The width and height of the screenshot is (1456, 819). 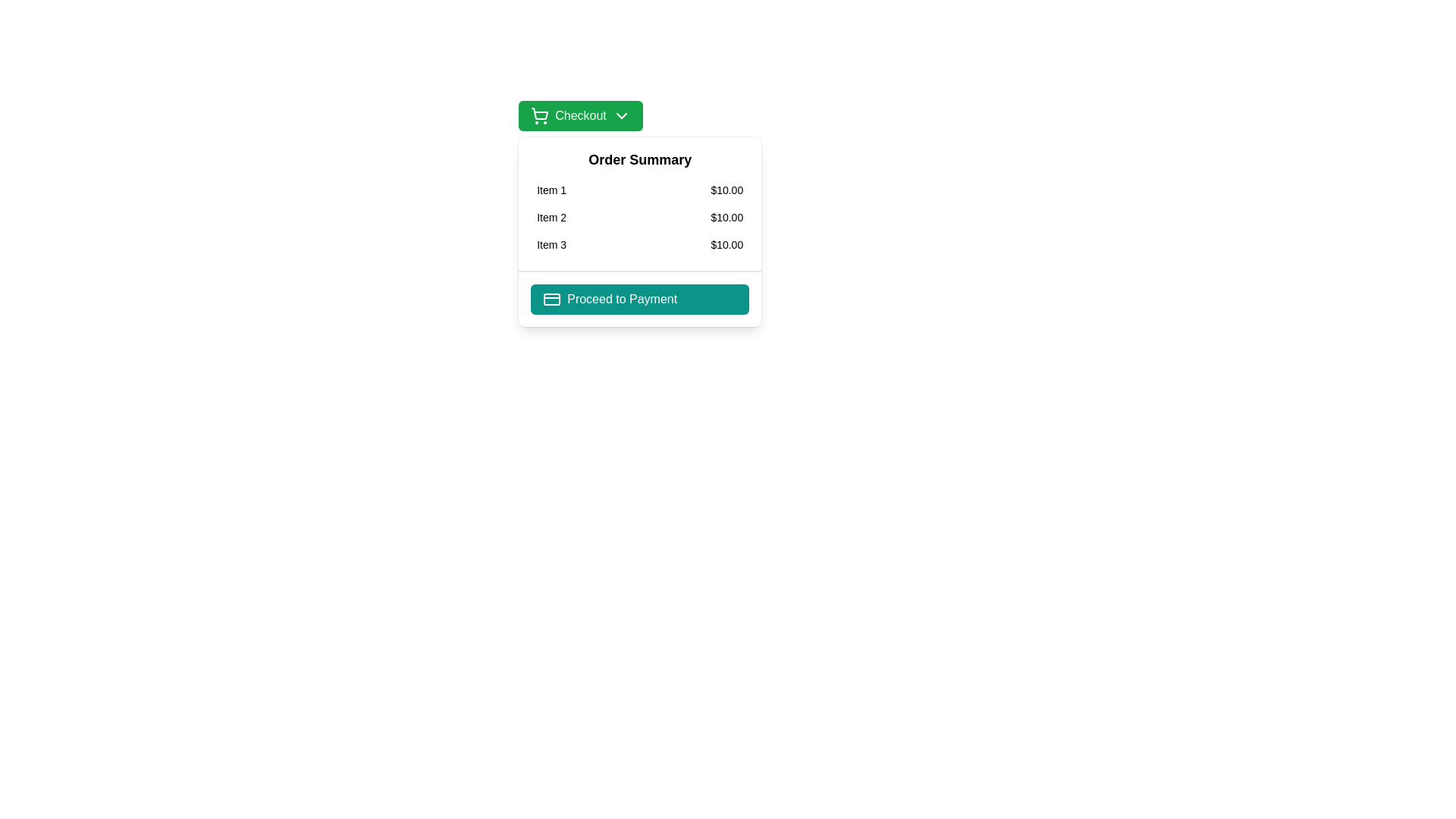 What do you see at coordinates (551, 217) in the screenshot?
I see `the text label displaying 'Item 2' in the 'Order Summary' section` at bounding box center [551, 217].